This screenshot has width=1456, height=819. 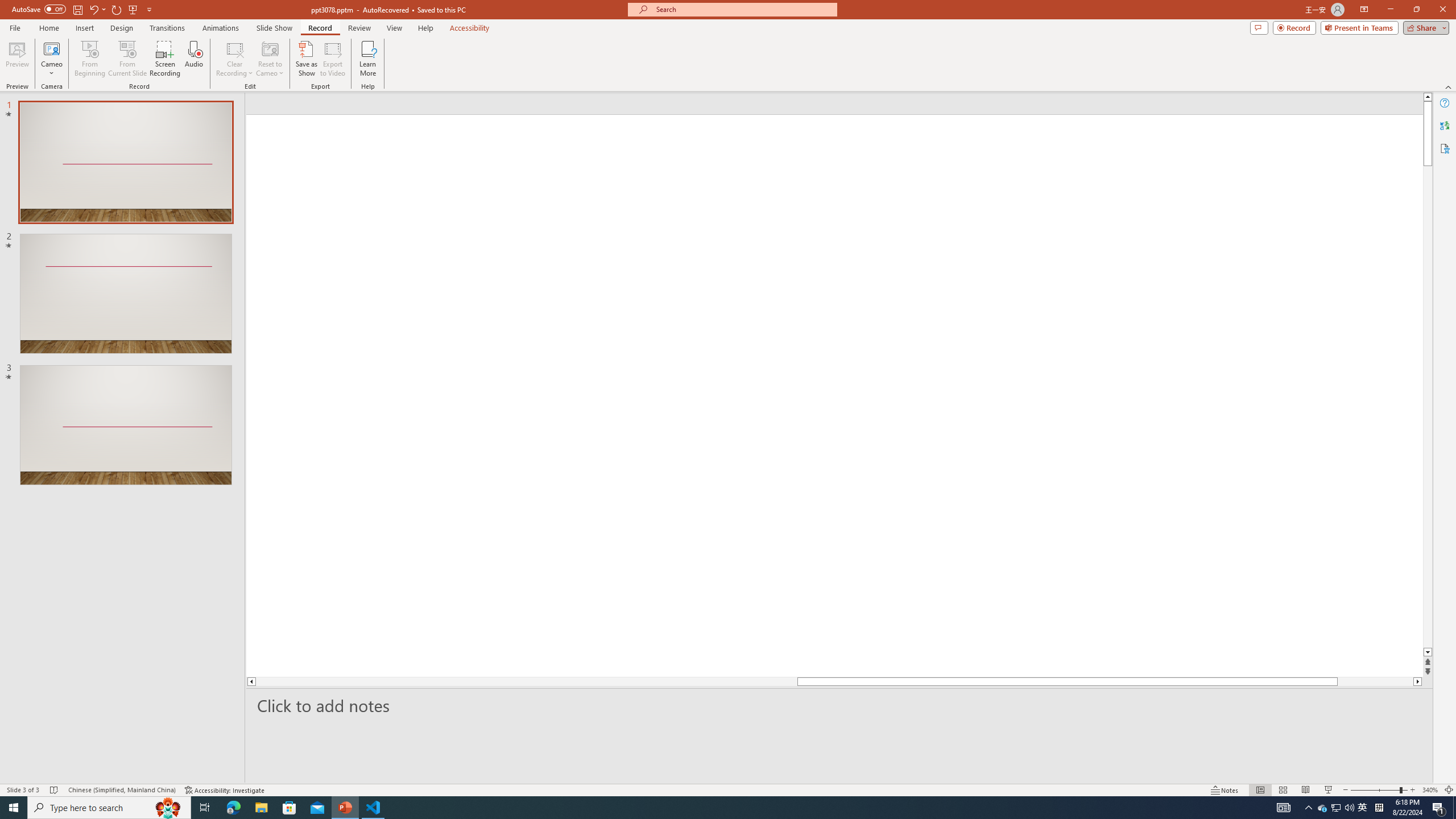 I want to click on 'Reset to Cameo', so click(x=269, y=59).